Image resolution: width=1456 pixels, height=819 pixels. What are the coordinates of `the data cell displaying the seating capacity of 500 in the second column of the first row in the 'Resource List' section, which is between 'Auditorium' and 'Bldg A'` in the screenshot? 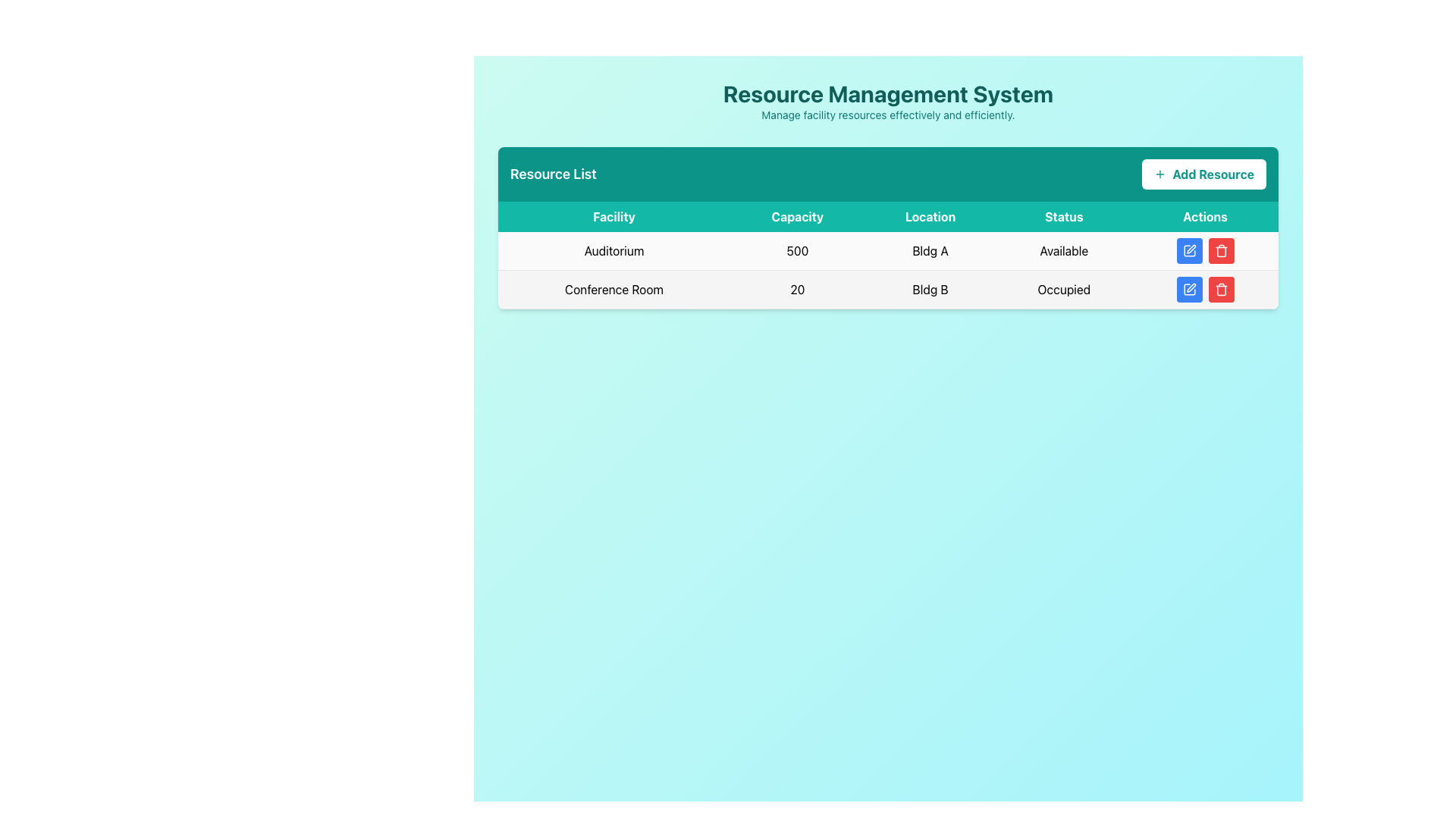 It's located at (796, 250).